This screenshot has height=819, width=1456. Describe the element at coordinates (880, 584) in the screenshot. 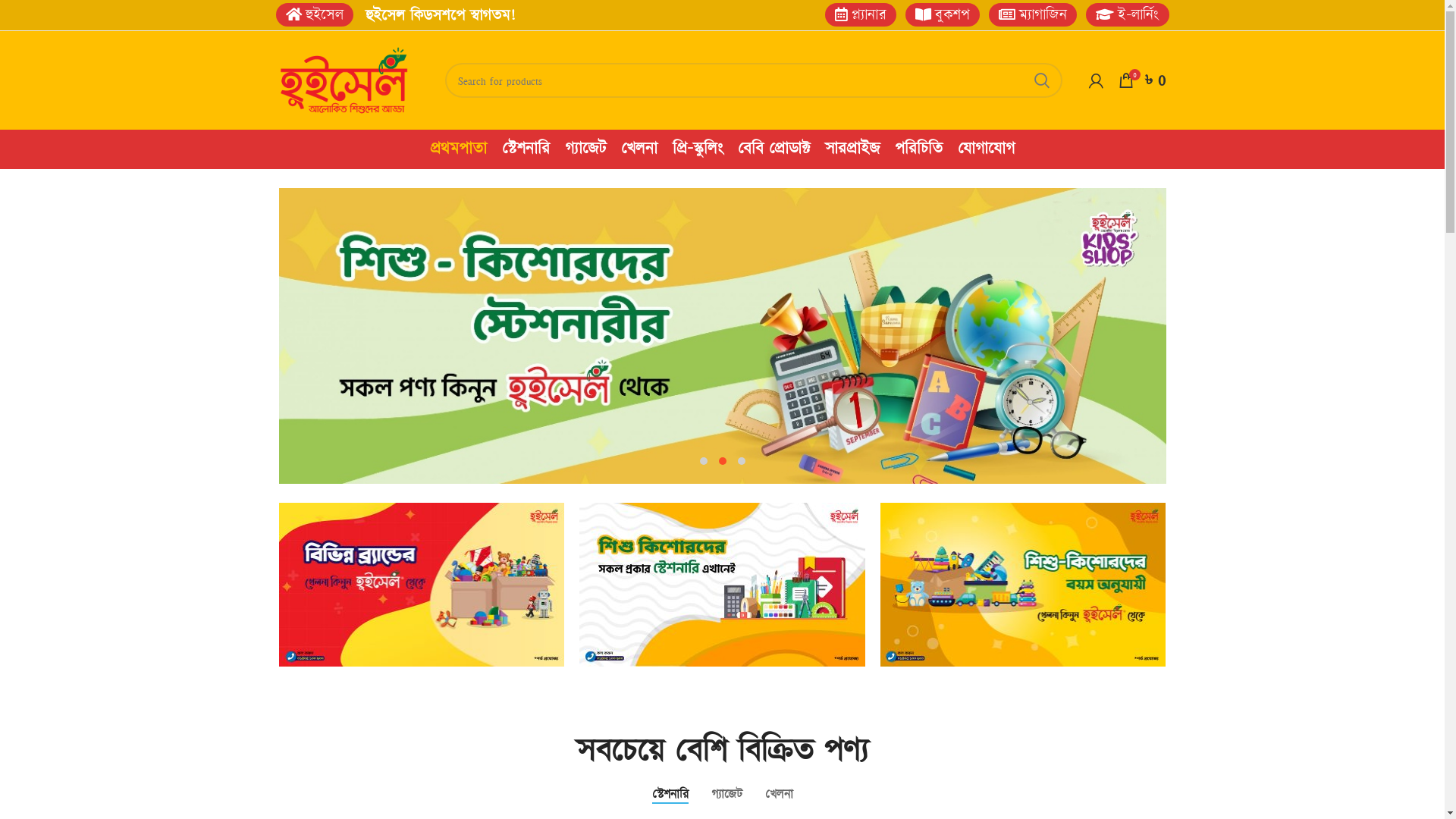

I see `'banner3'` at that location.